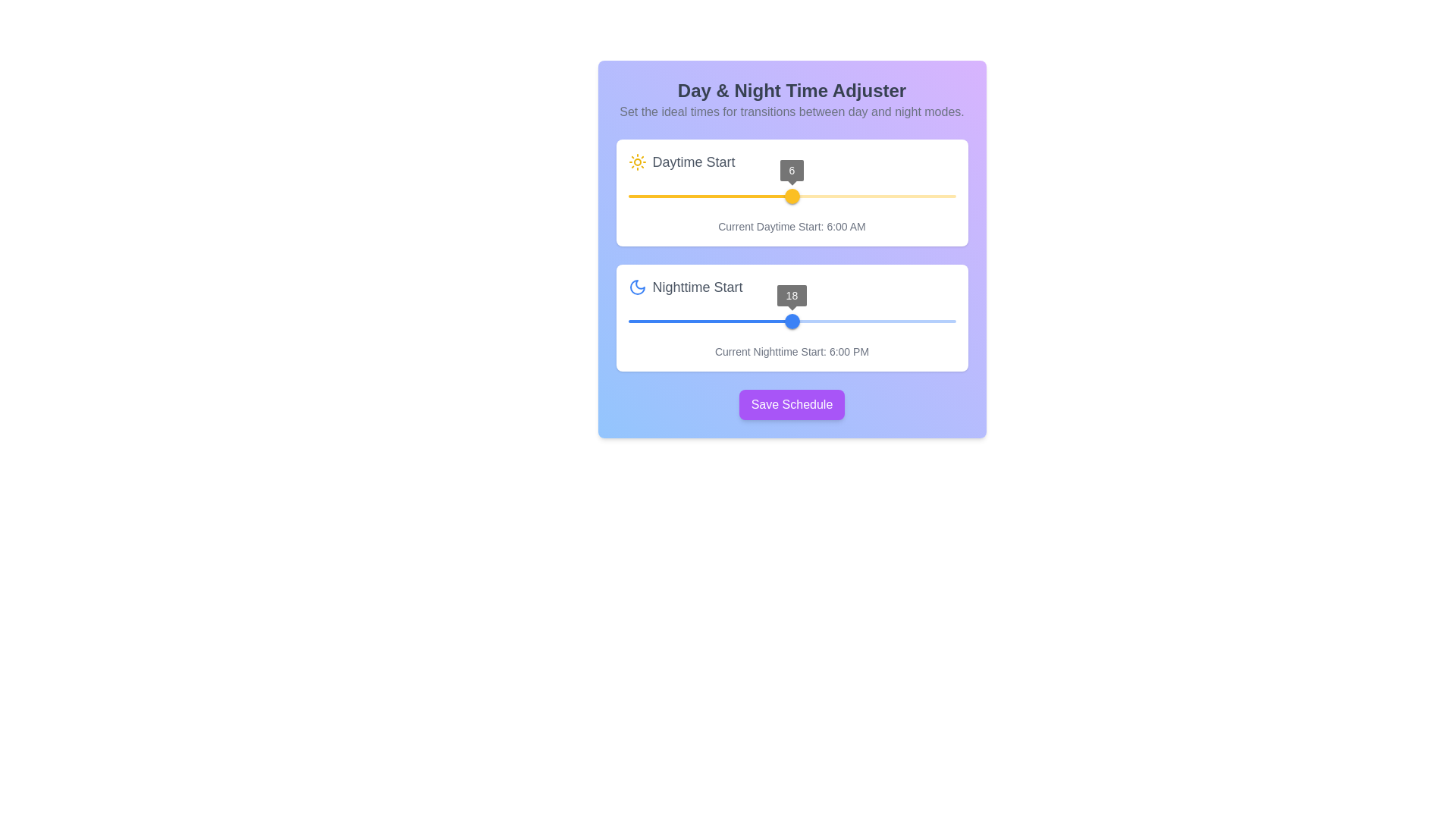 The height and width of the screenshot is (819, 1456). Describe the element at coordinates (637, 287) in the screenshot. I see `the SVG graphic element representing the moon, which is located to the left of the 'Nighttime Start' label in the interface` at that location.